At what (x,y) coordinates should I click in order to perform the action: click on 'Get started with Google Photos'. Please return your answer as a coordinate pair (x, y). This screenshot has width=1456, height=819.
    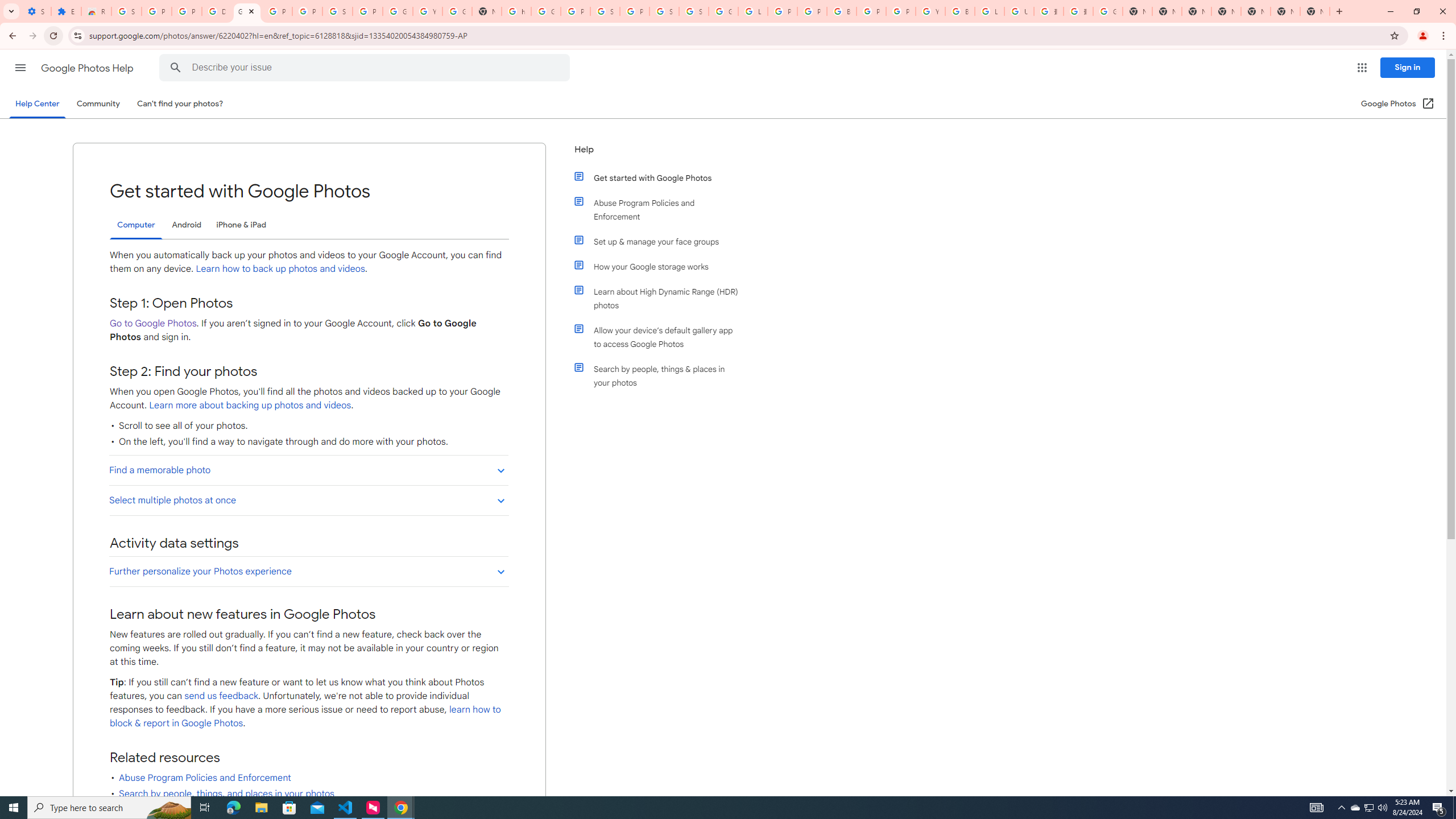
    Looking at the image, I should click on (661, 178).